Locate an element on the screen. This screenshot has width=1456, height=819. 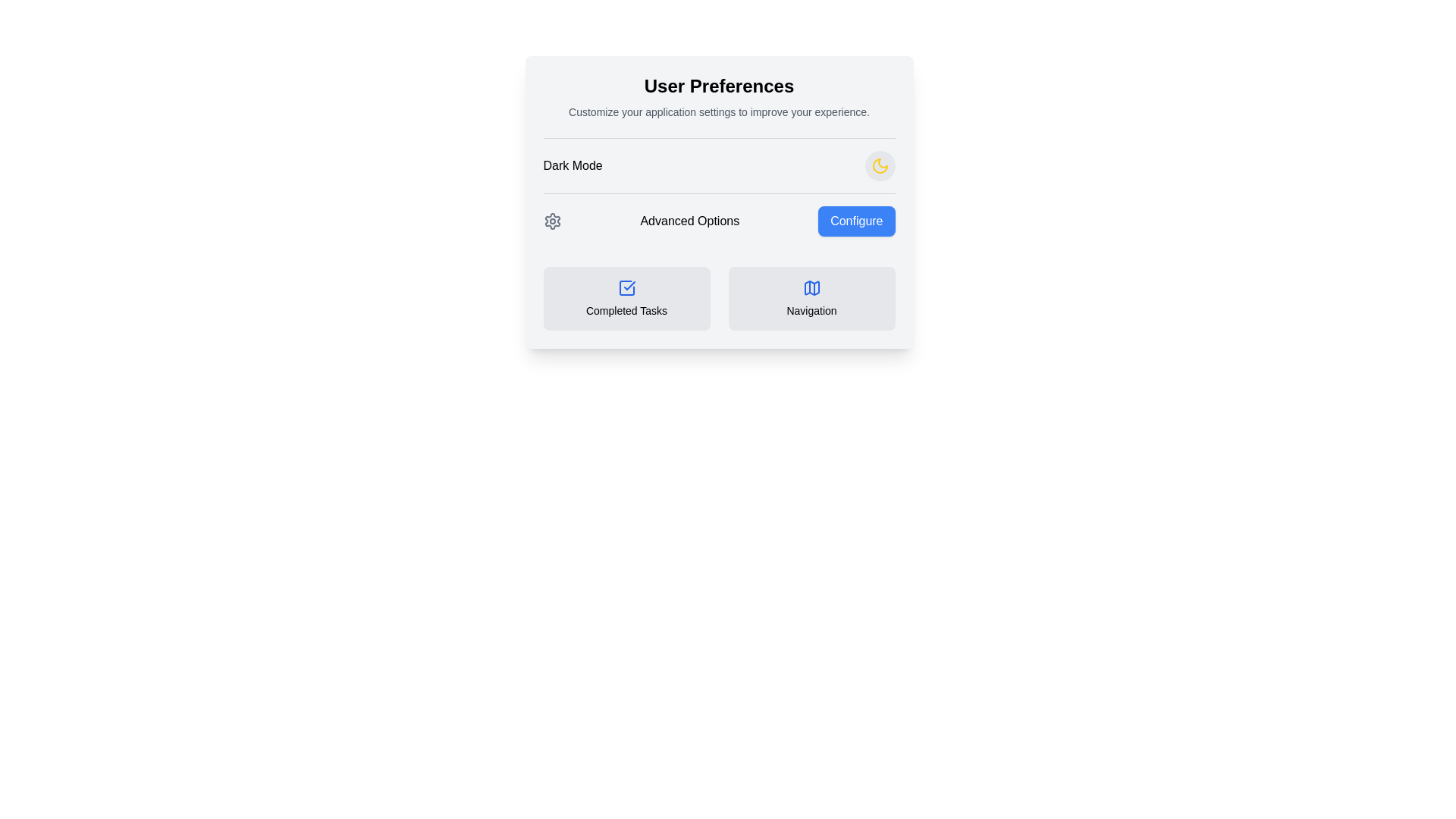
the crescent moon icon representing the 'Dark Mode' feature, which is styled in yellow and located next to the 'Dark Mode' label in the User Preferences section is located at coordinates (880, 166).